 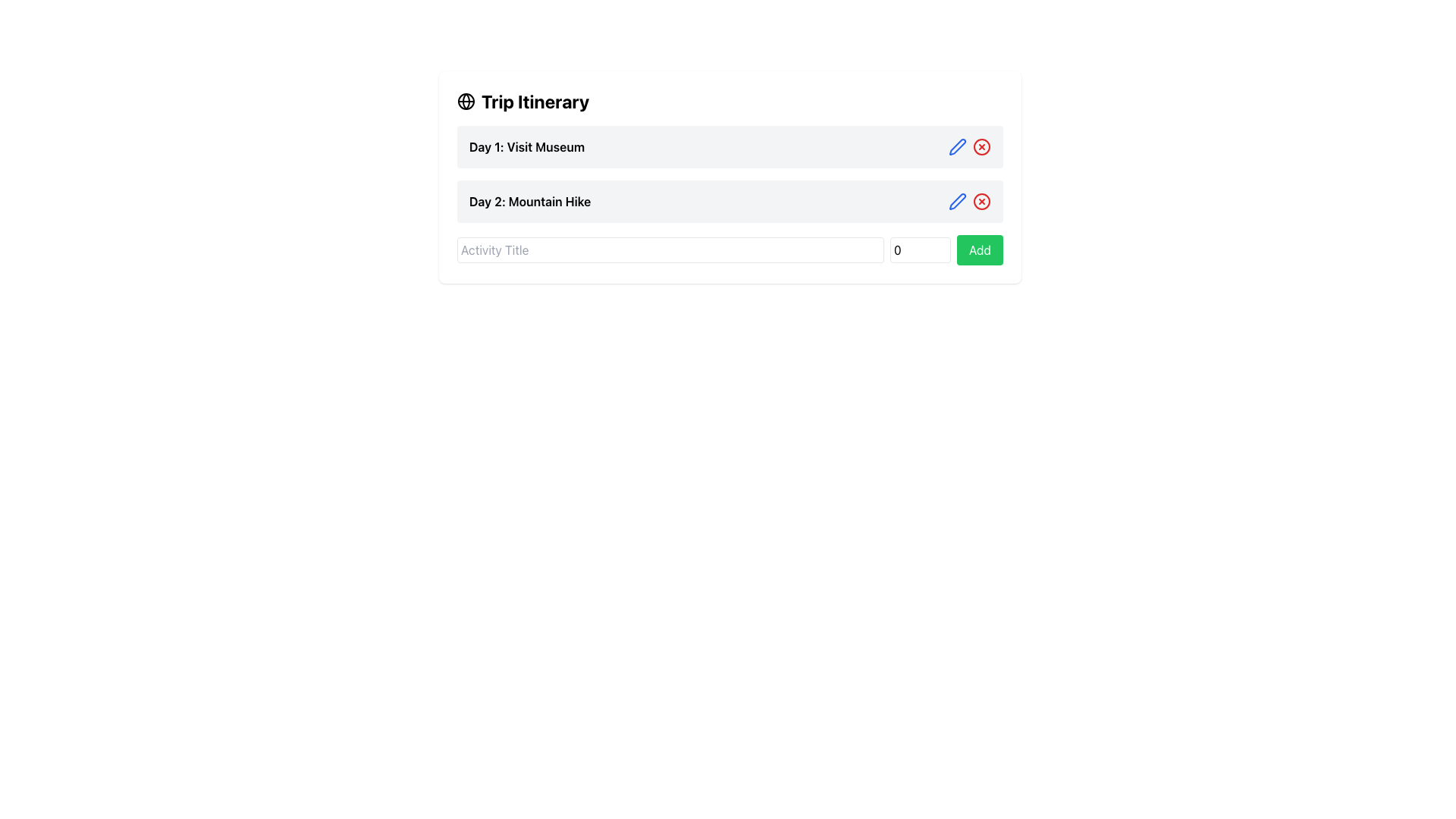 What do you see at coordinates (982, 201) in the screenshot?
I see `the delete button that removes the entry for 'Day 2: Mountain Hike' from the itinerary` at bounding box center [982, 201].